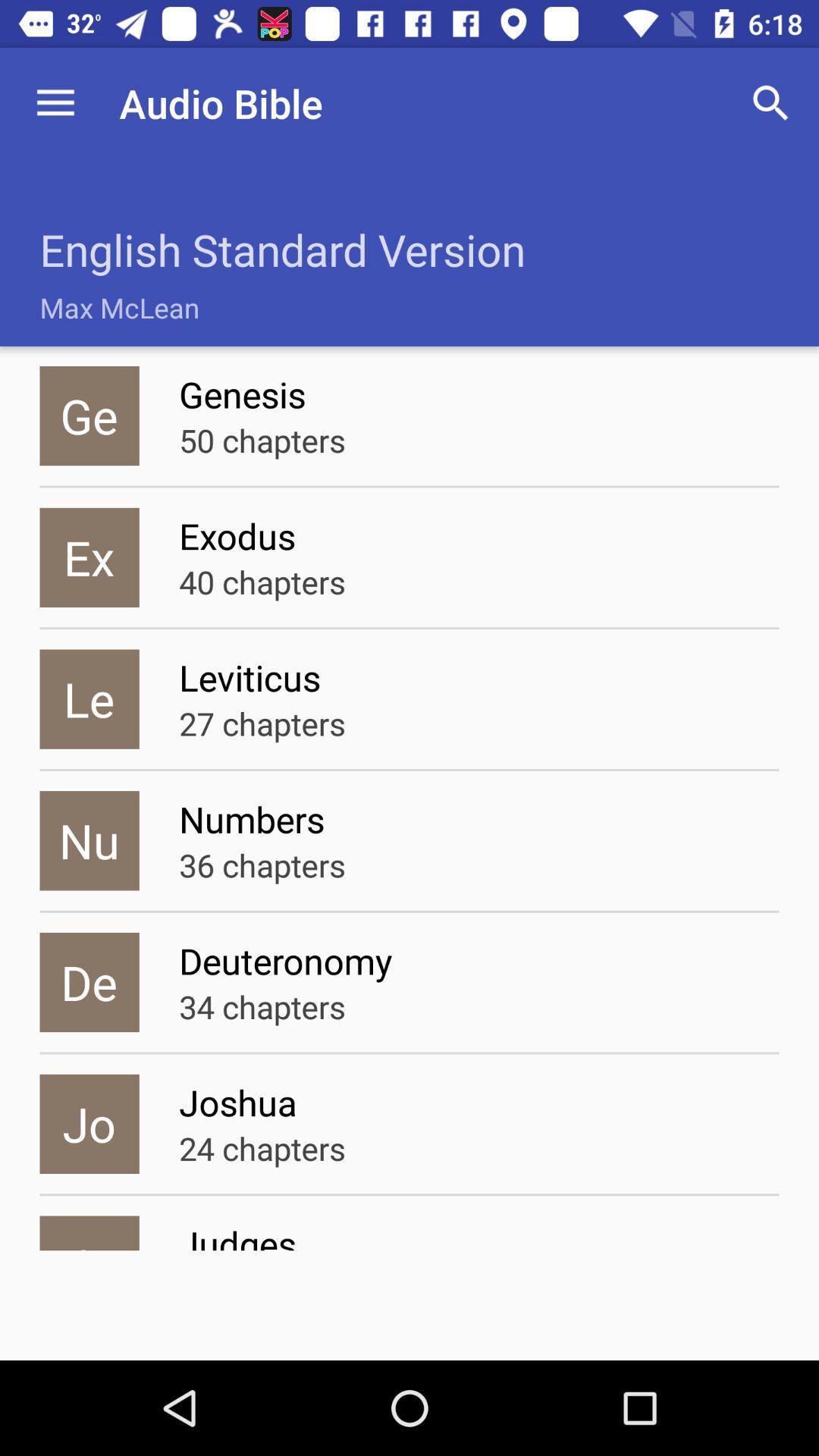 The image size is (819, 1456). I want to click on icon below exodus item, so click(262, 581).